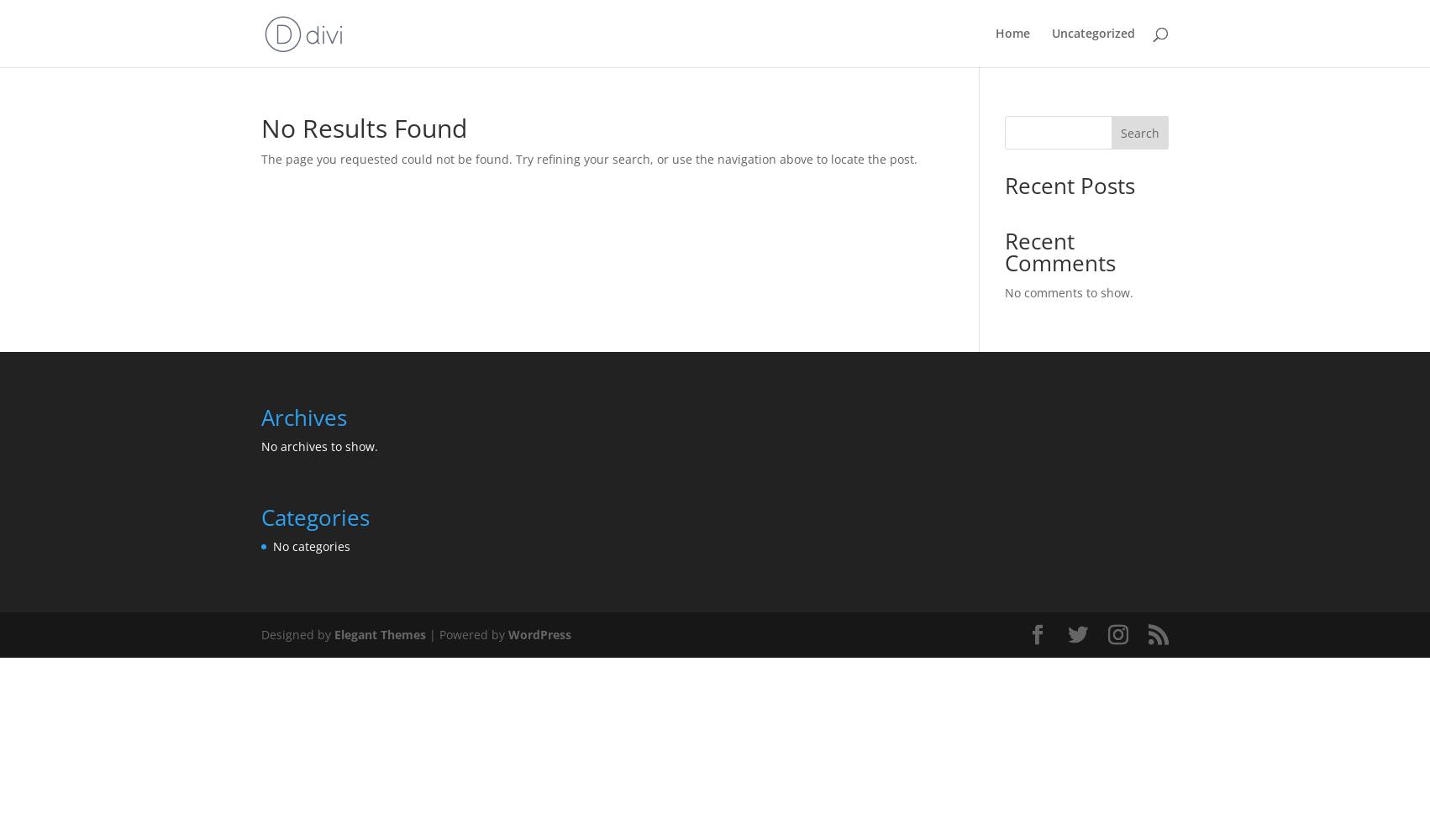  Describe the element at coordinates (297, 634) in the screenshot. I see `'Designed by'` at that location.